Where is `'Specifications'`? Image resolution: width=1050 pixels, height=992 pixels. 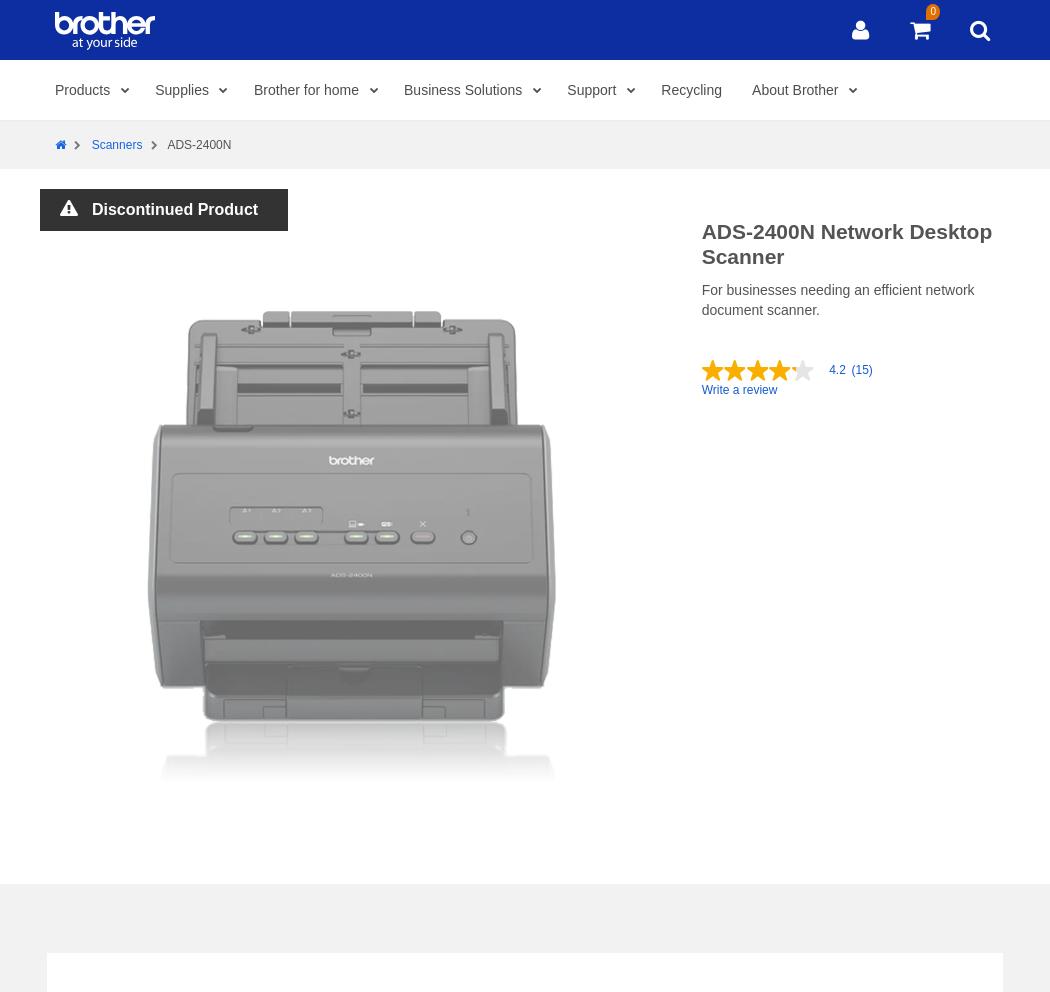
'Specifications' is located at coordinates (144, 31).